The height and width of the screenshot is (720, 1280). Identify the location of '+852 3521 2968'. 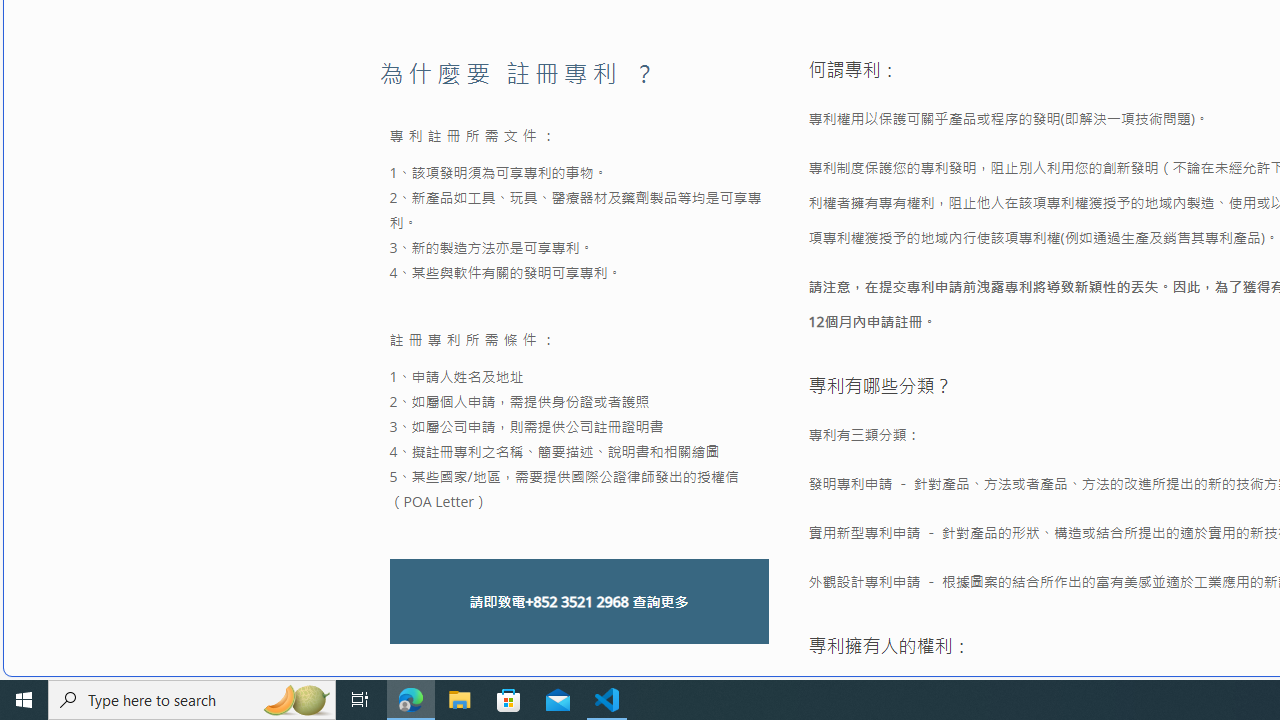
(575, 600).